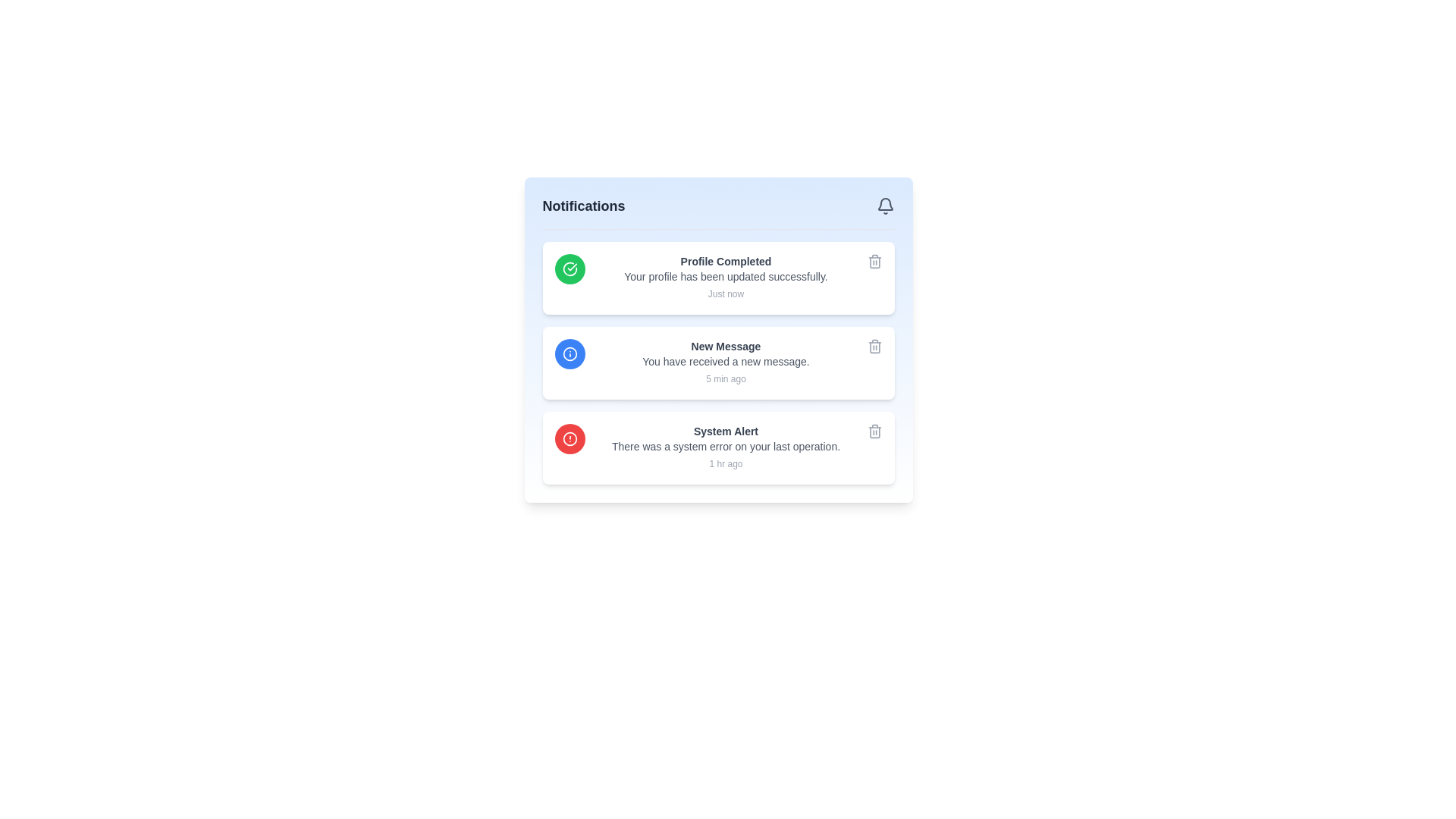 The image size is (1456, 819). I want to click on the delete button for the notification located at the top right corner of the 'Profile Completed' card, so click(874, 260).